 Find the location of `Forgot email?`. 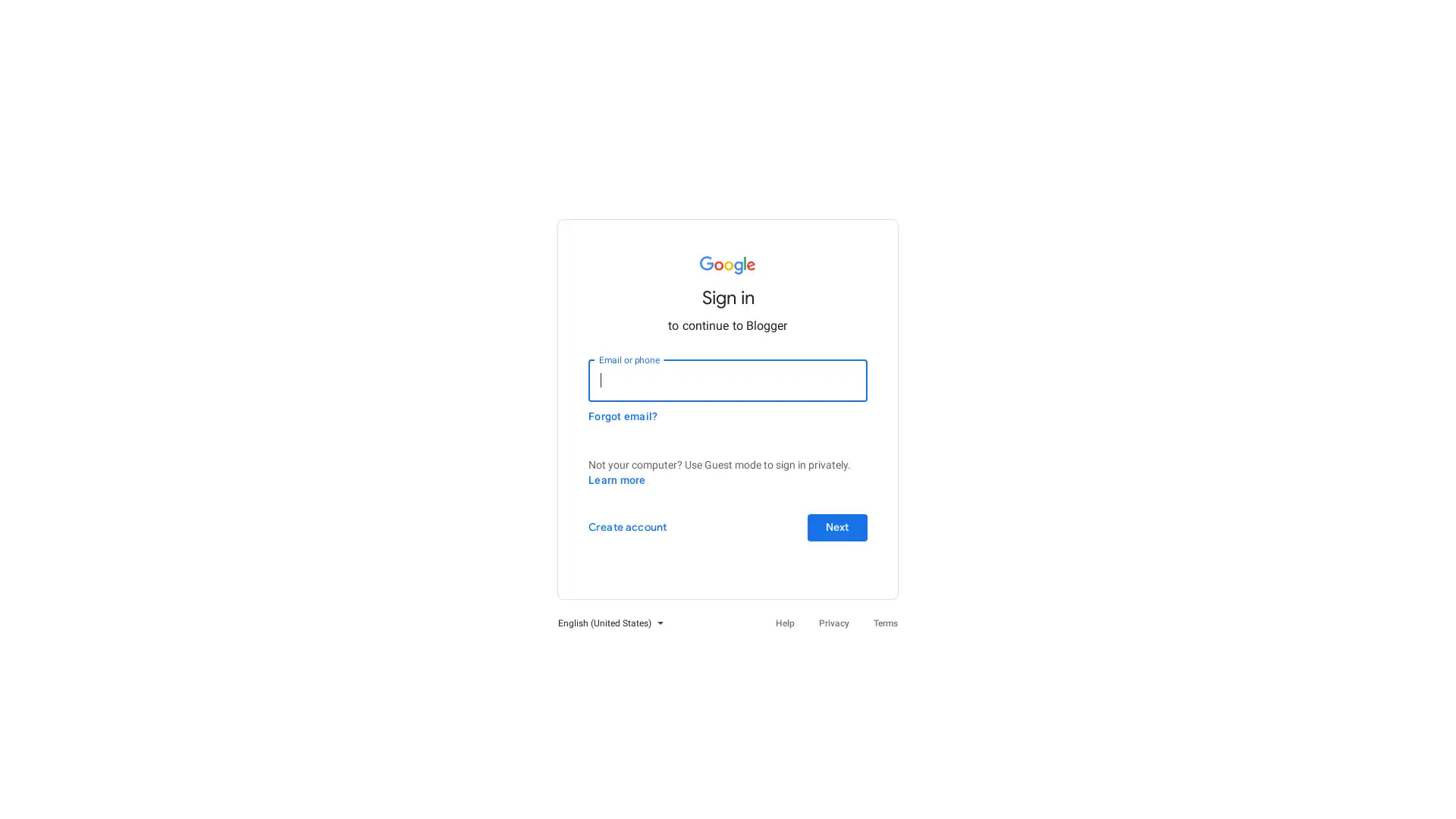

Forgot email? is located at coordinates (623, 415).